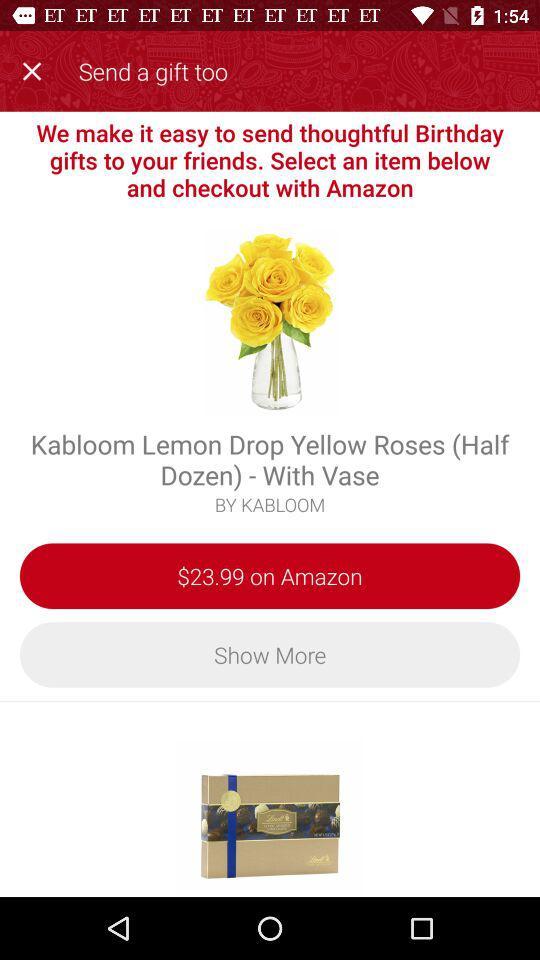 The image size is (540, 960). I want to click on the icon above the show more item, so click(270, 576).